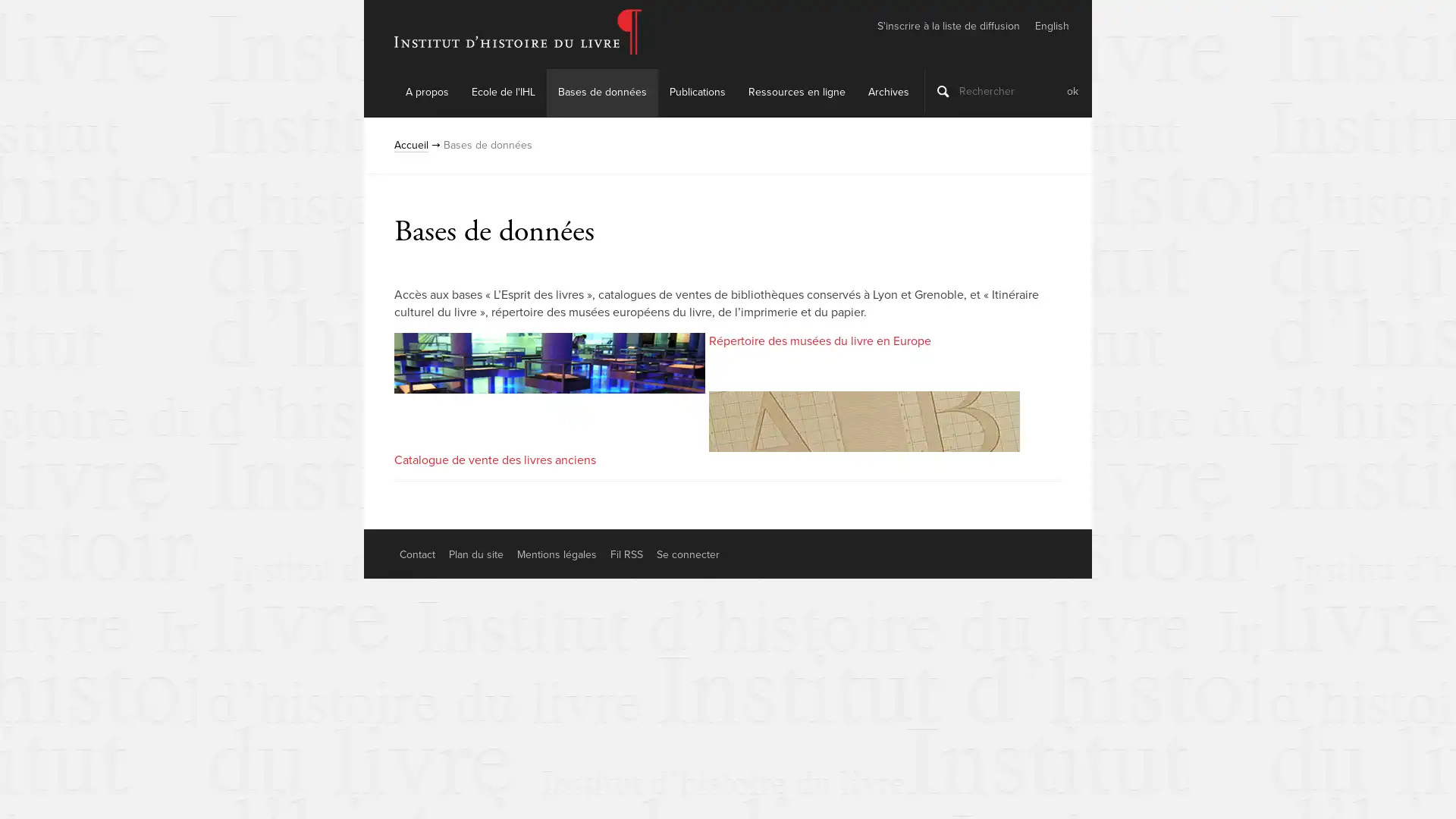  What do you see at coordinates (1072, 90) in the screenshot?
I see `ok` at bounding box center [1072, 90].